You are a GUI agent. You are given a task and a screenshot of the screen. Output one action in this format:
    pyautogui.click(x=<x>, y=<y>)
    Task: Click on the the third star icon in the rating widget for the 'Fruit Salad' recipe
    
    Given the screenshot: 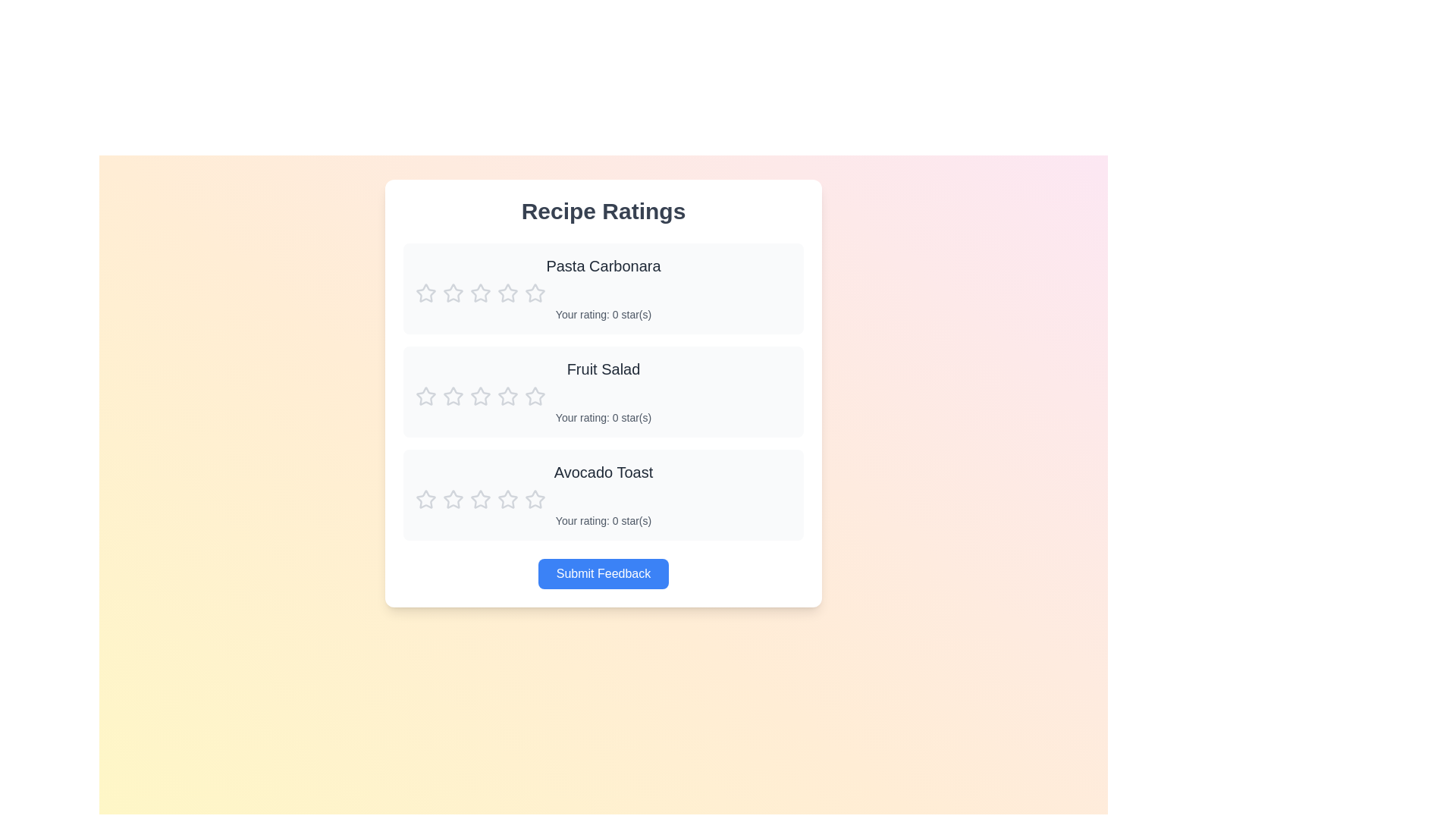 What is the action you would take?
    pyautogui.click(x=453, y=396)
    